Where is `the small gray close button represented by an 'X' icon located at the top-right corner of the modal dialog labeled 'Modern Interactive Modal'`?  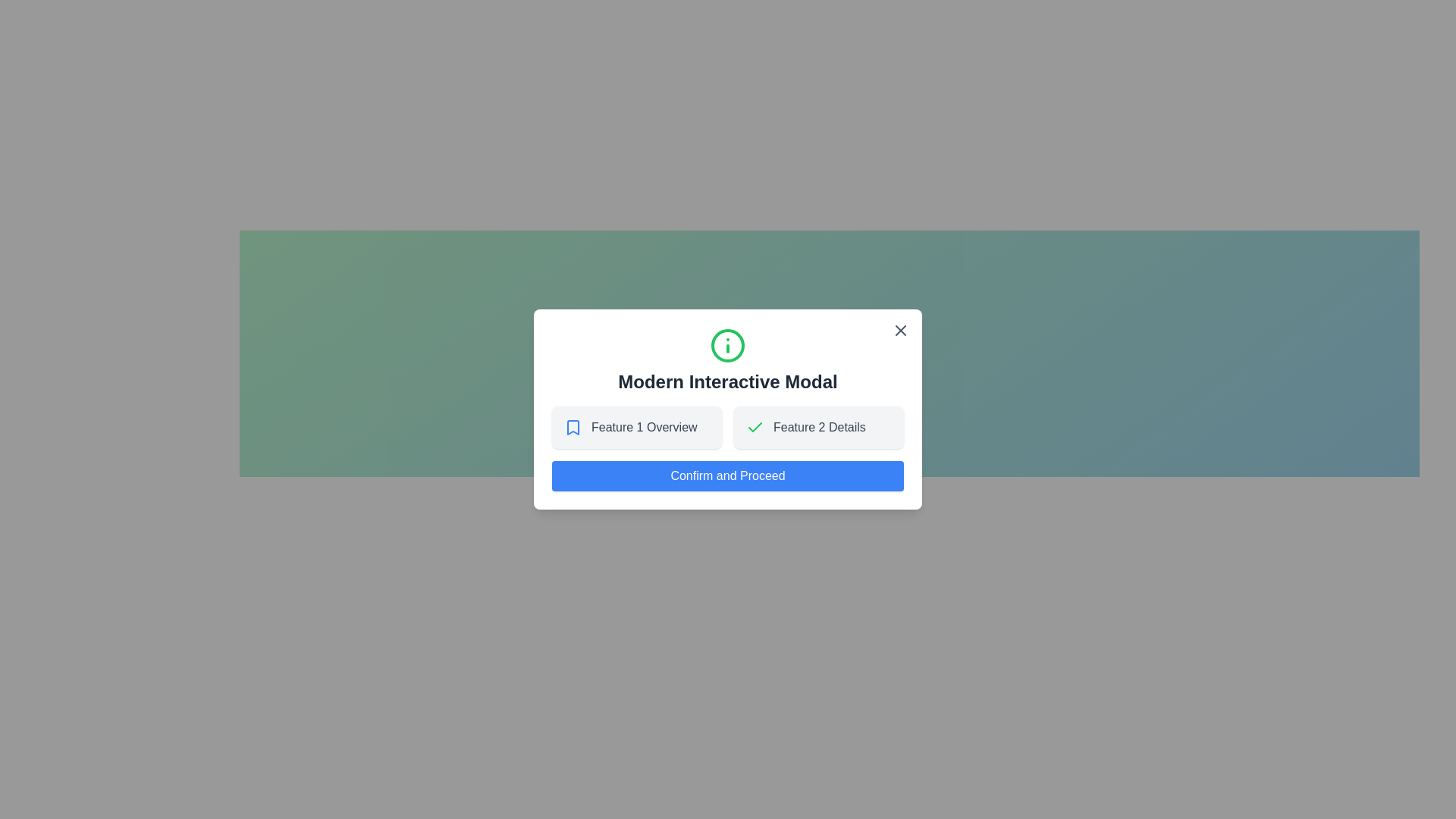
the small gray close button represented by an 'X' icon located at the top-right corner of the modal dialog labeled 'Modern Interactive Modal' is located at coordinates (901, 329).